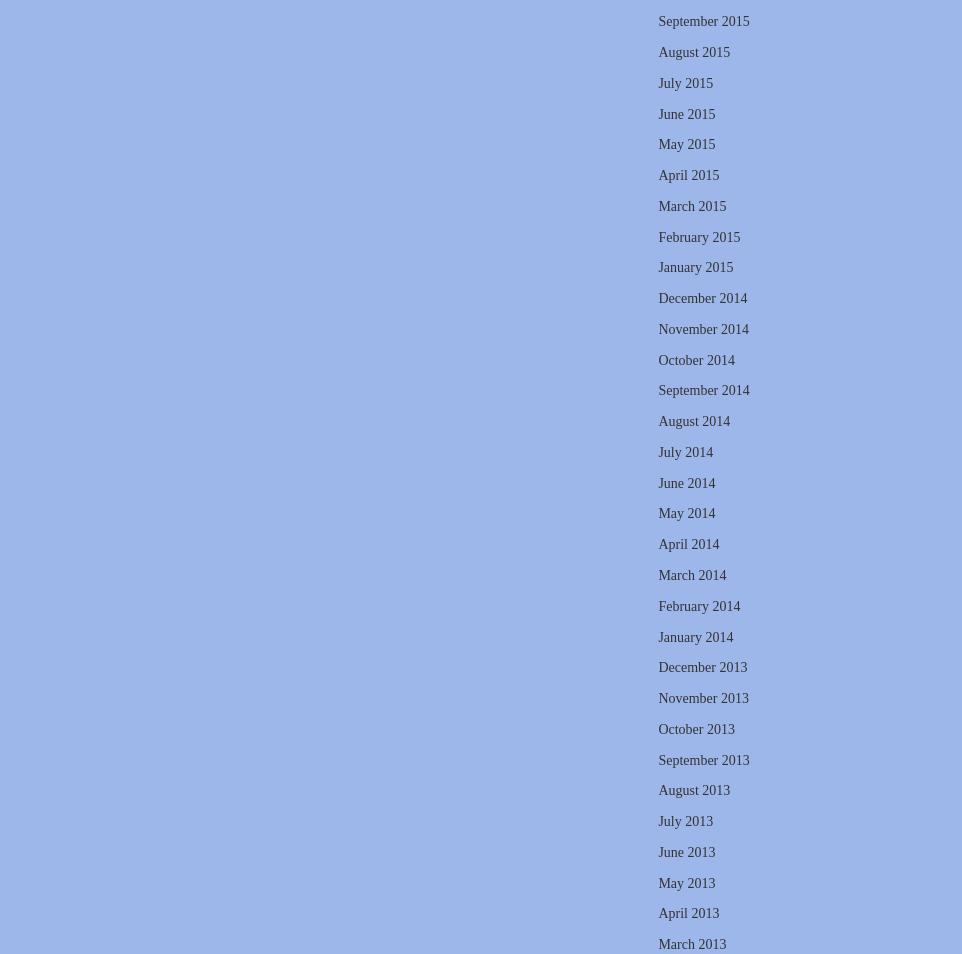 This screenshot has width=962, height=954. Describe the element at coordinates (685, 851) in the screenshot. I see `'June 2013'` at that location.